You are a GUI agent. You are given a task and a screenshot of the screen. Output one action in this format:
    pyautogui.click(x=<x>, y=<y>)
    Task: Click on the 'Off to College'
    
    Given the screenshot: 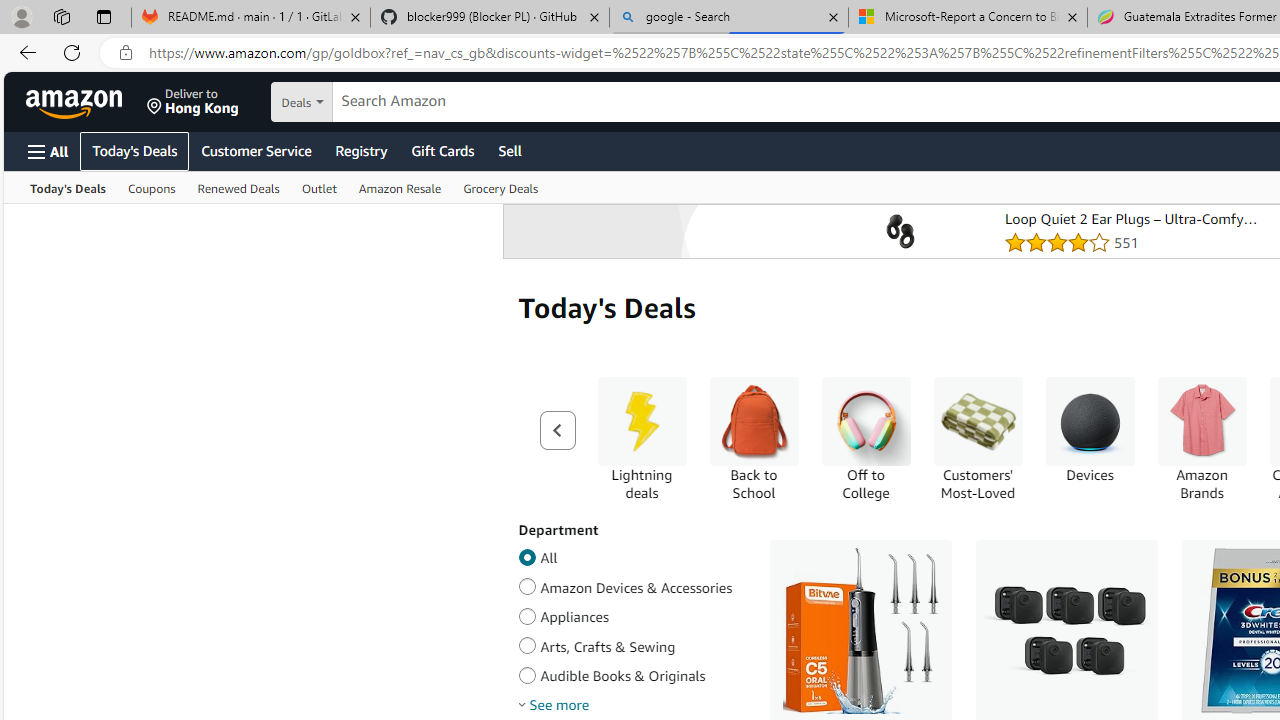 What is the action you would take?
    pyautogui.click(x=865, y=438)
    